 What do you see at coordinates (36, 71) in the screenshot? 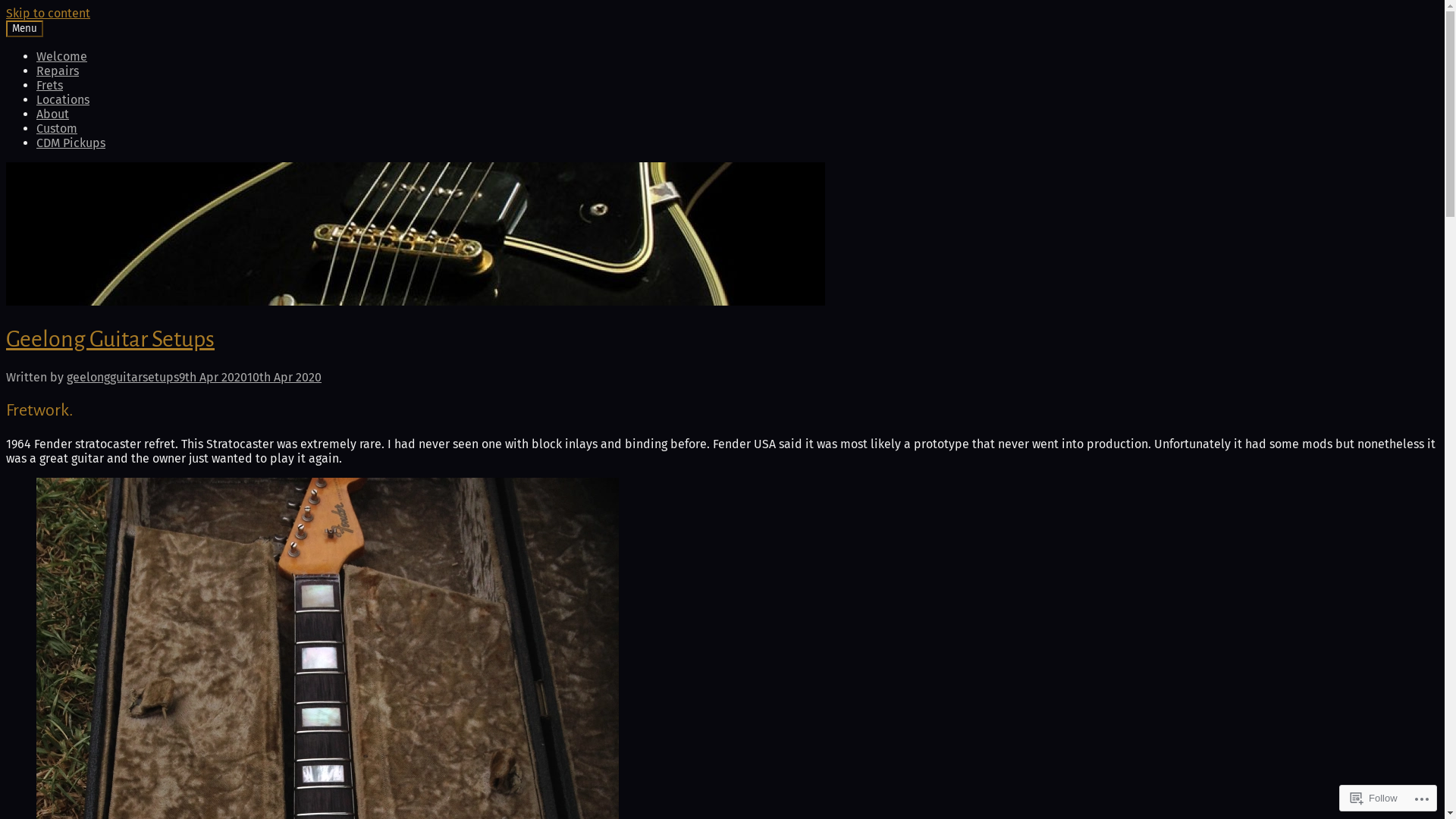
I see `'Repairs'` at bounding box center [36, 71].